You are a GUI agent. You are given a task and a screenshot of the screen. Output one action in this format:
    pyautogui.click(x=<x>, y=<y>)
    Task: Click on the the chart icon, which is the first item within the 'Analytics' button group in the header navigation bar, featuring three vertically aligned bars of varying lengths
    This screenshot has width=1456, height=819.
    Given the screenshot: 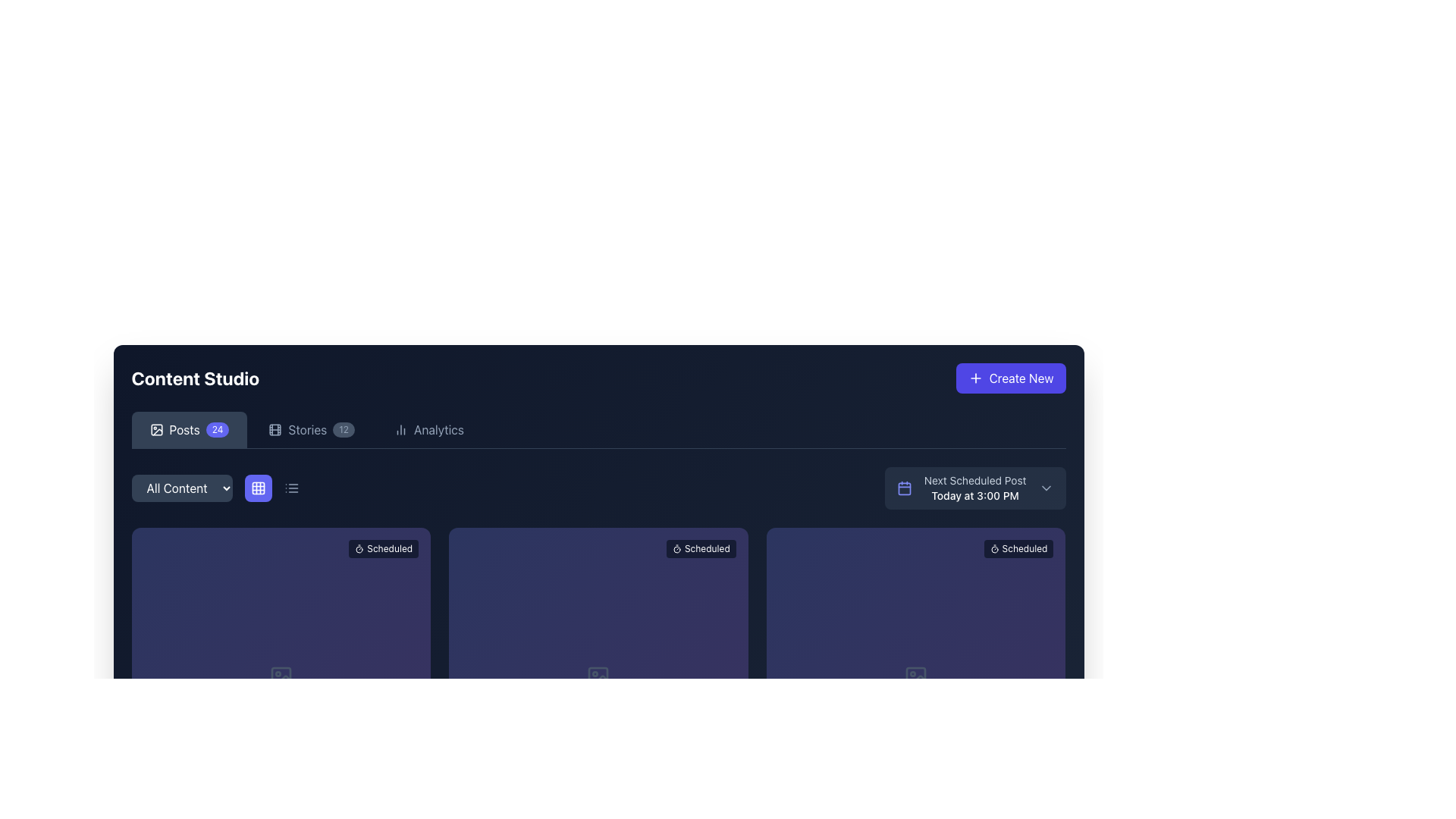 What is the action you would take?
    pyautogui.click(x=400, y=430)
    